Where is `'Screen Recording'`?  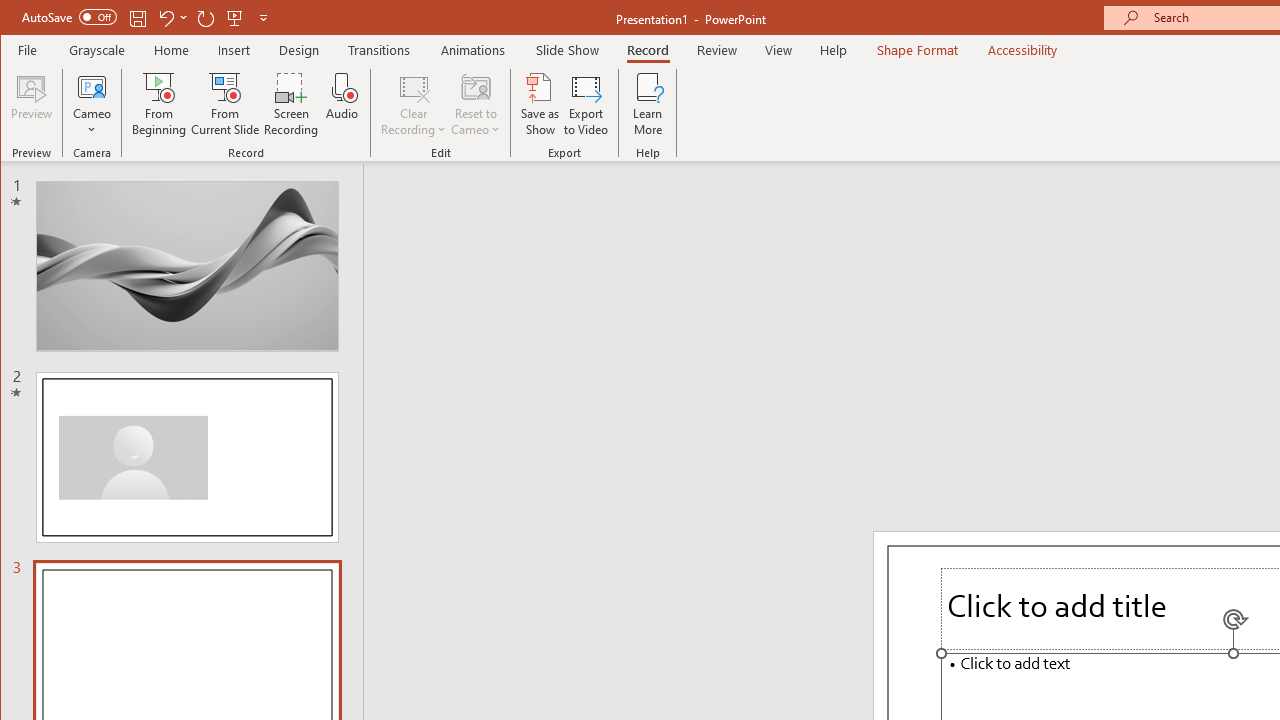 'Screen Recording' is located at coordinates (290, 104).